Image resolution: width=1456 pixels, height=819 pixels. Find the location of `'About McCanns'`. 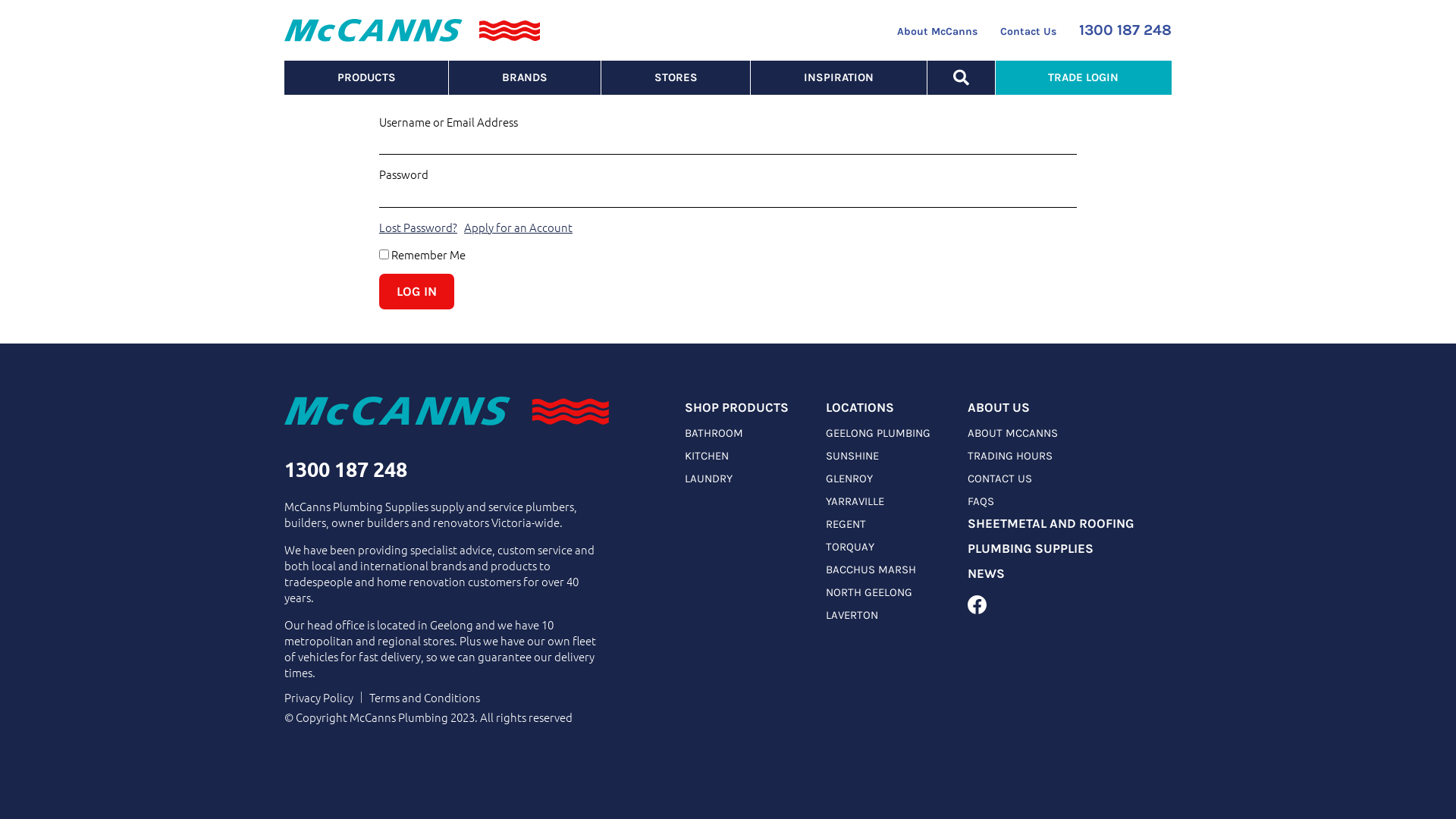

'About McCanns' is located at coordinates (937, 31).